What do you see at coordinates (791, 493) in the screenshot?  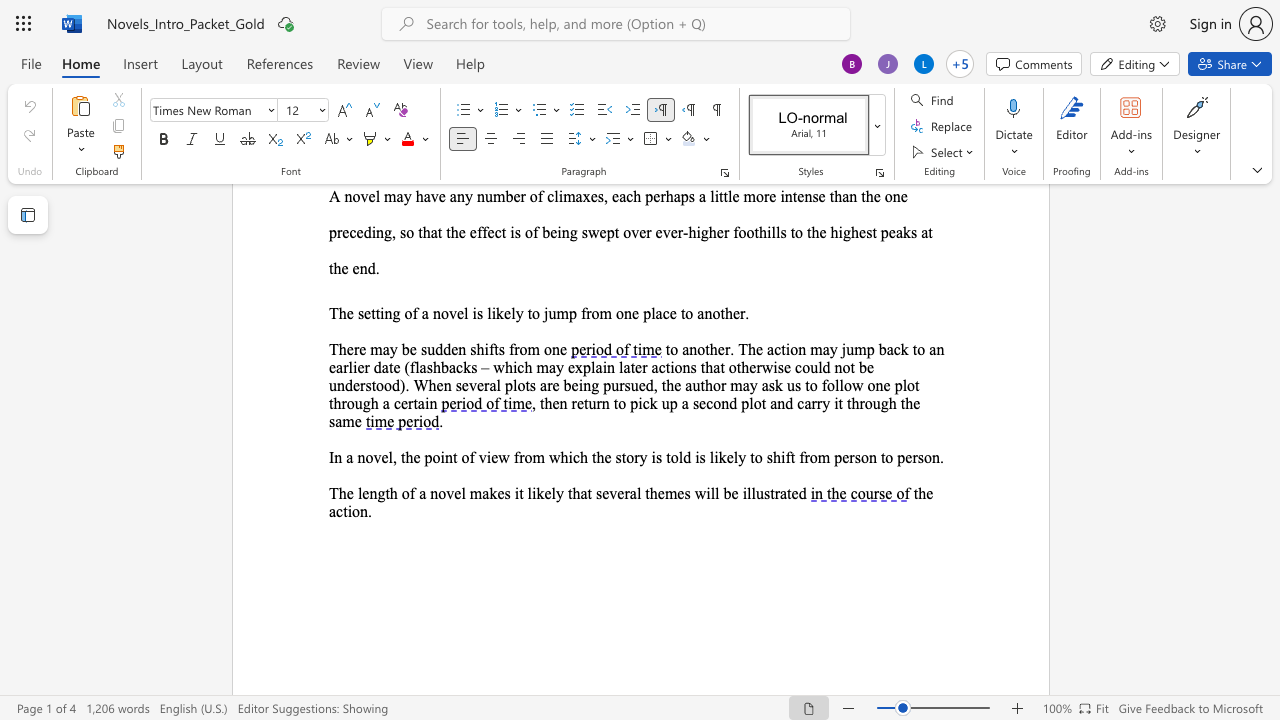 I see `the space between the continuous character "t" and "e" in the text` at bounding box center [791, 493].